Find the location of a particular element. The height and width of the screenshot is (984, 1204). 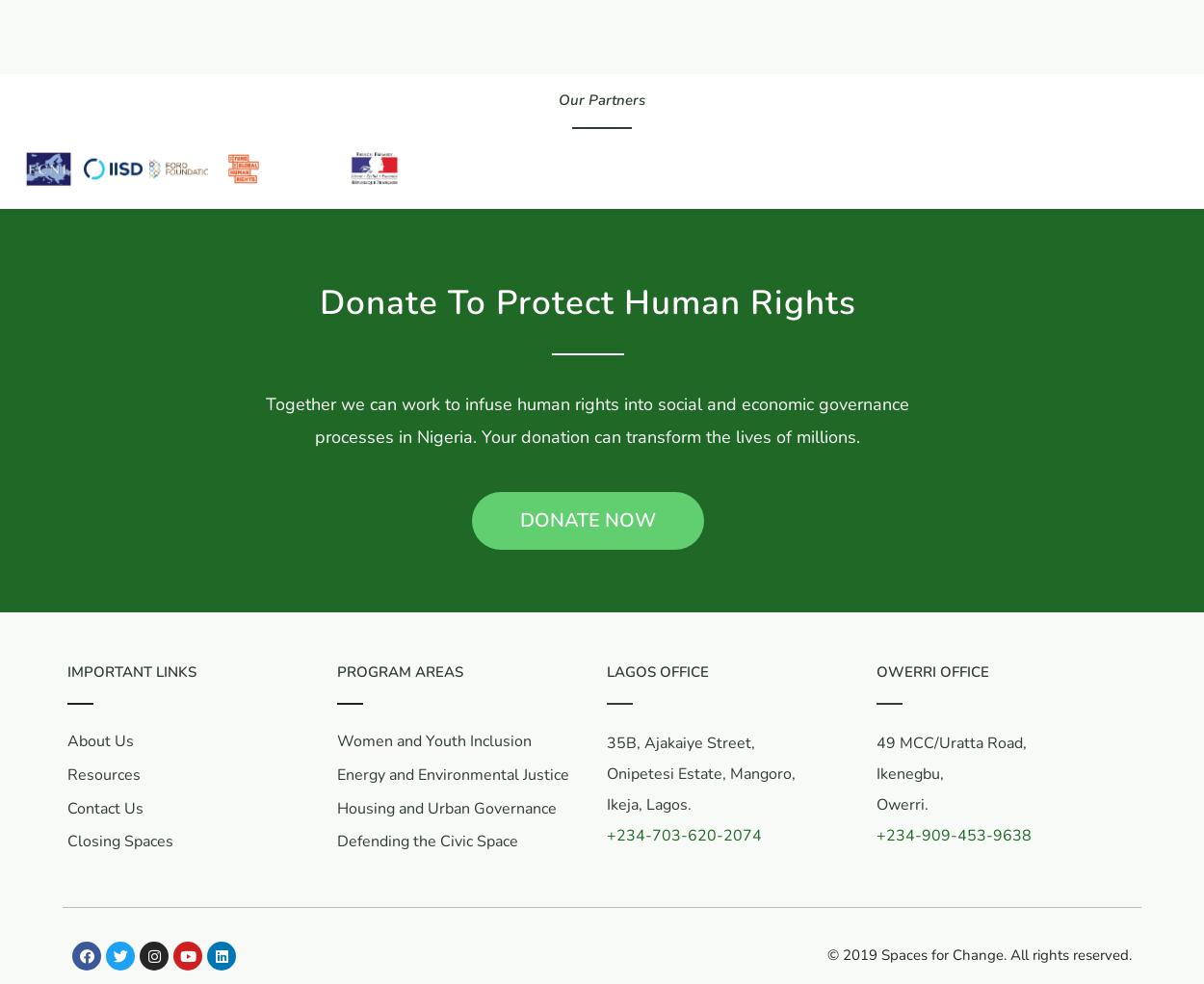

'Resources' is located at coordinates (66, 773).